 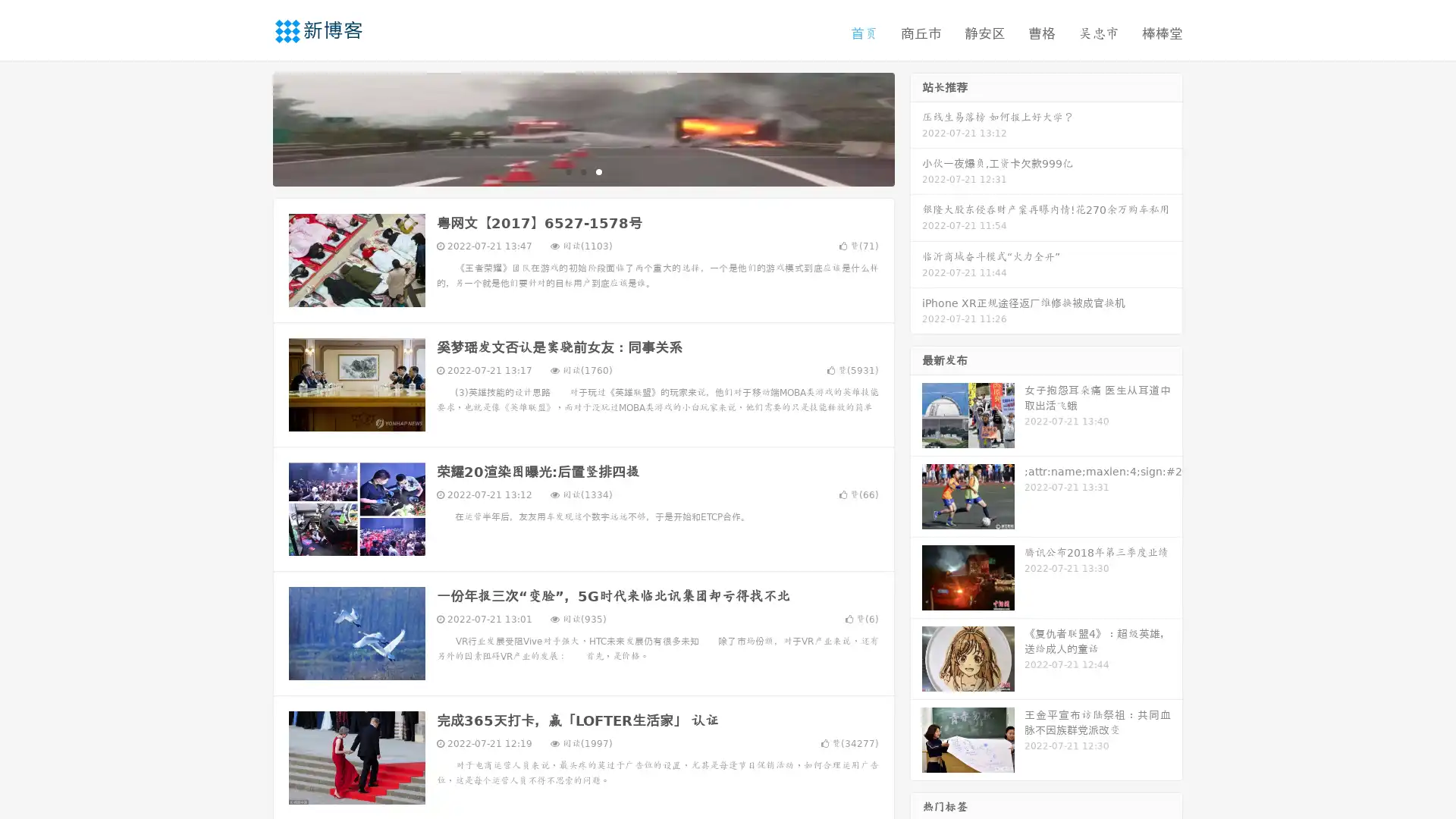 I want to click on Go to slide 3, so click(x=598, y=171).